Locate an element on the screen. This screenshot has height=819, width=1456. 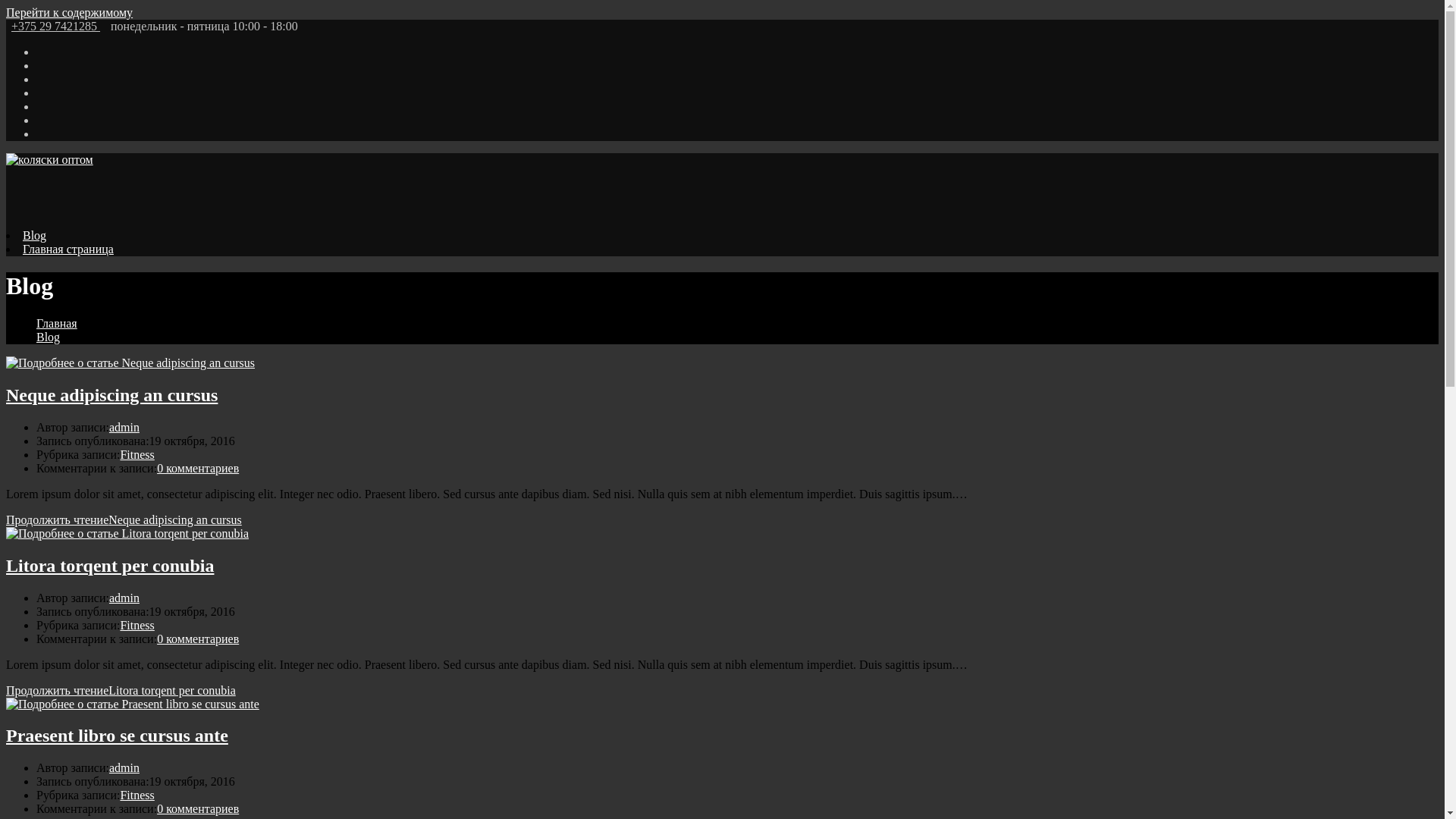
'Blog' is located at coordinates (22, 235).